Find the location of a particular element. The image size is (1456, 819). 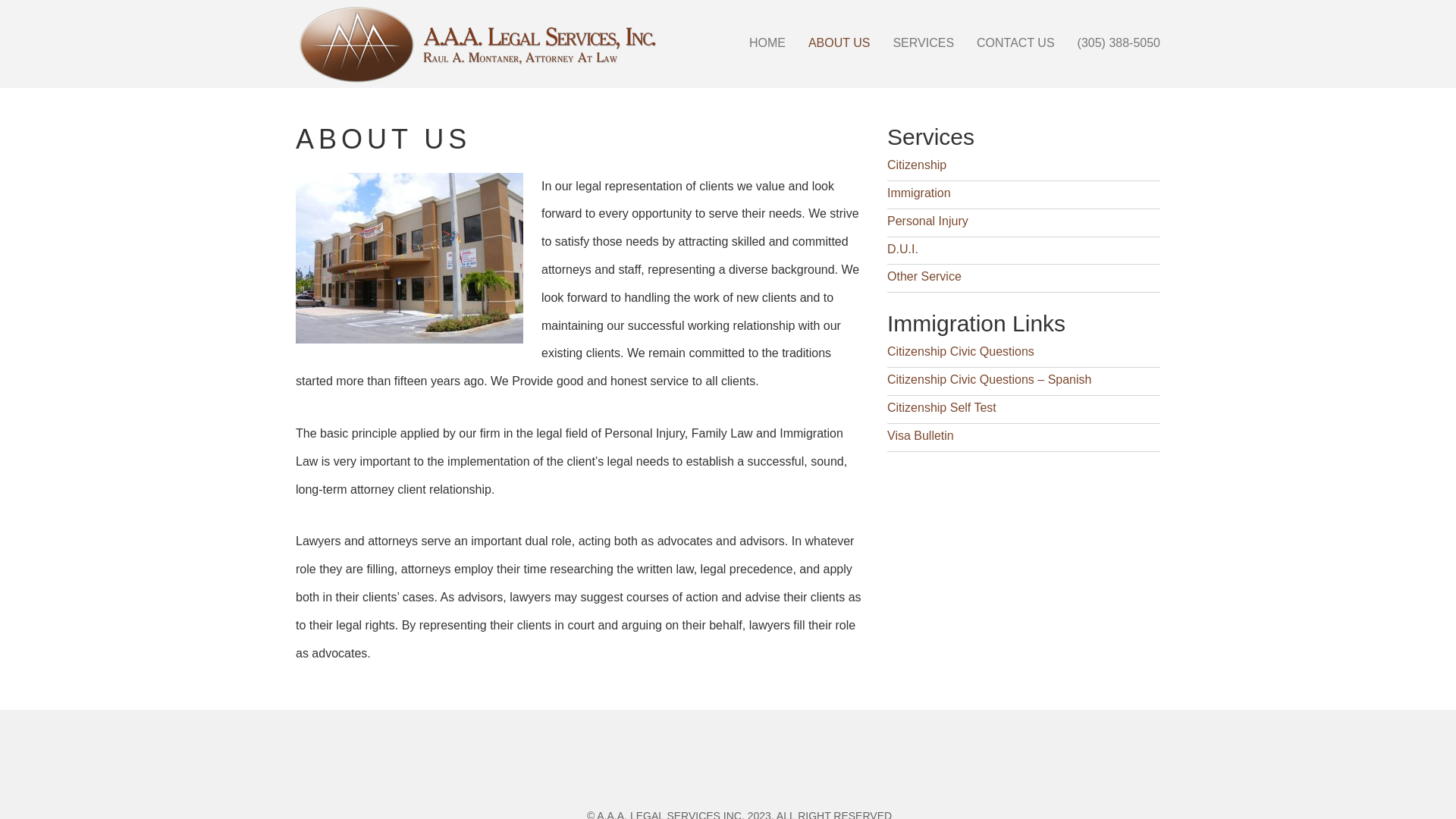

'Immigration' is located at coordinates (918, 192).